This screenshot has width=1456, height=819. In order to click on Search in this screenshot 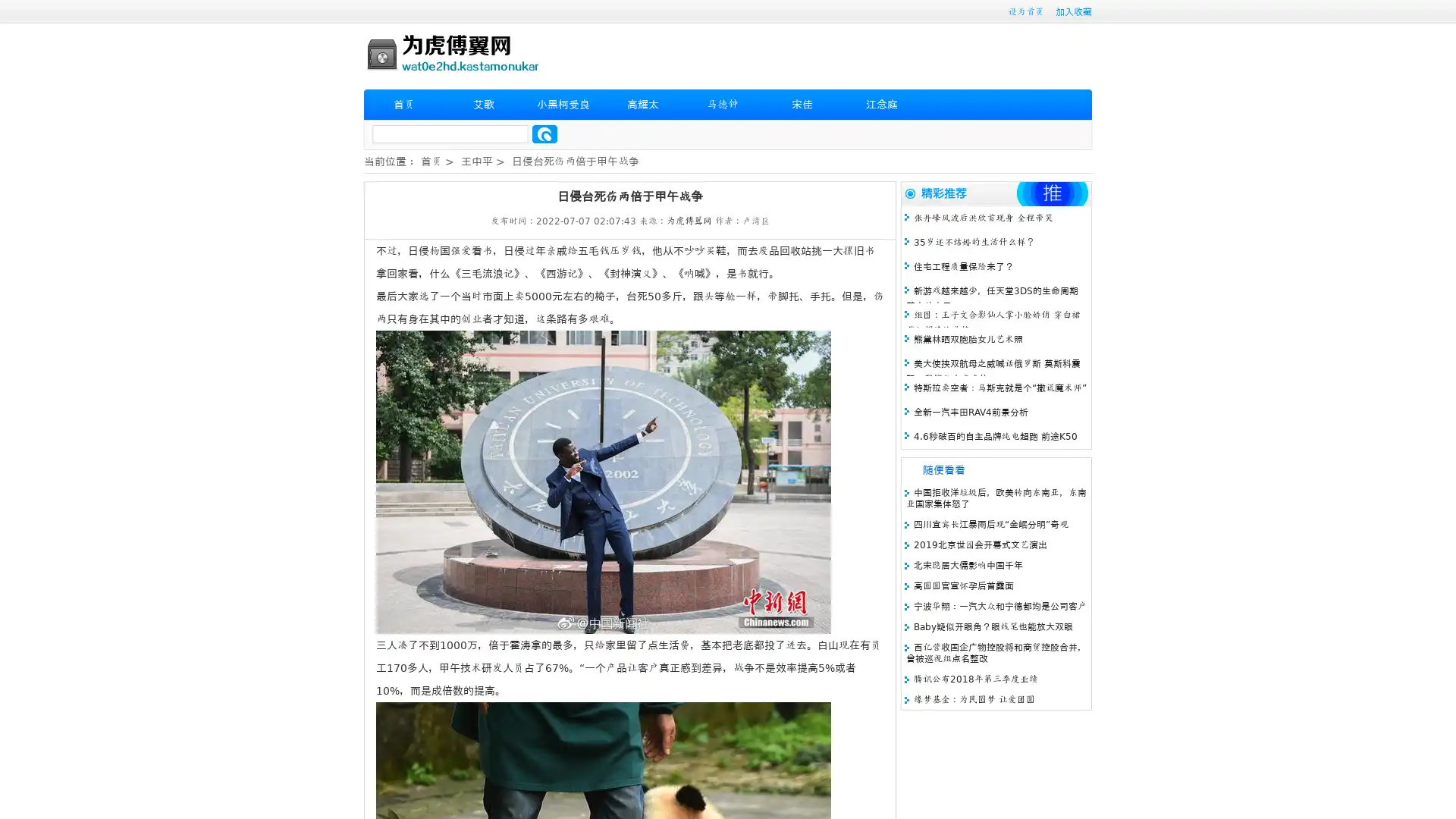, I will do `click(544, 133)`.